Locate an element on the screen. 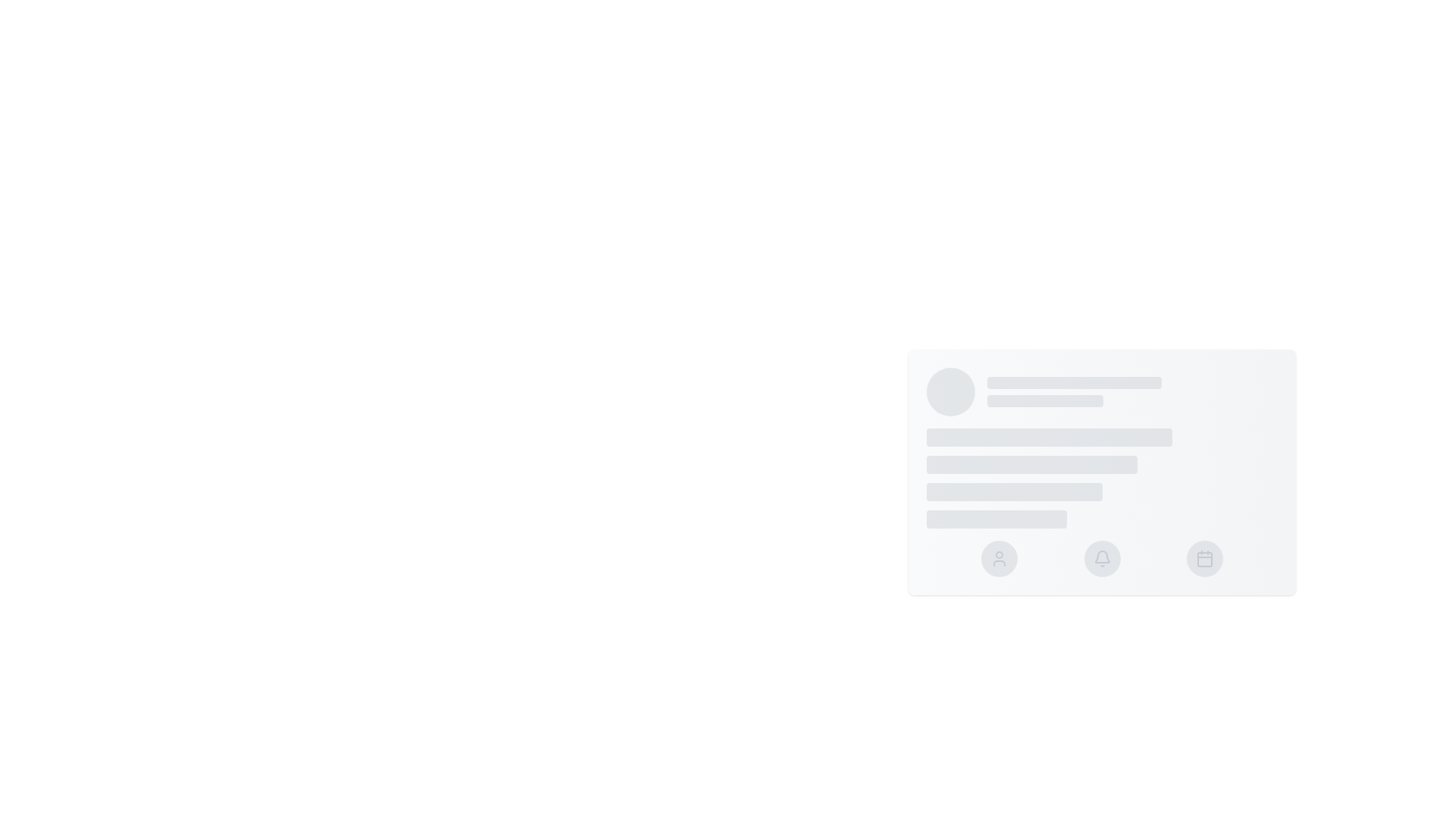  the Loading placeholder element, which represents a loading state for content that will appear in the interface is located at coordinates (1073, 382).